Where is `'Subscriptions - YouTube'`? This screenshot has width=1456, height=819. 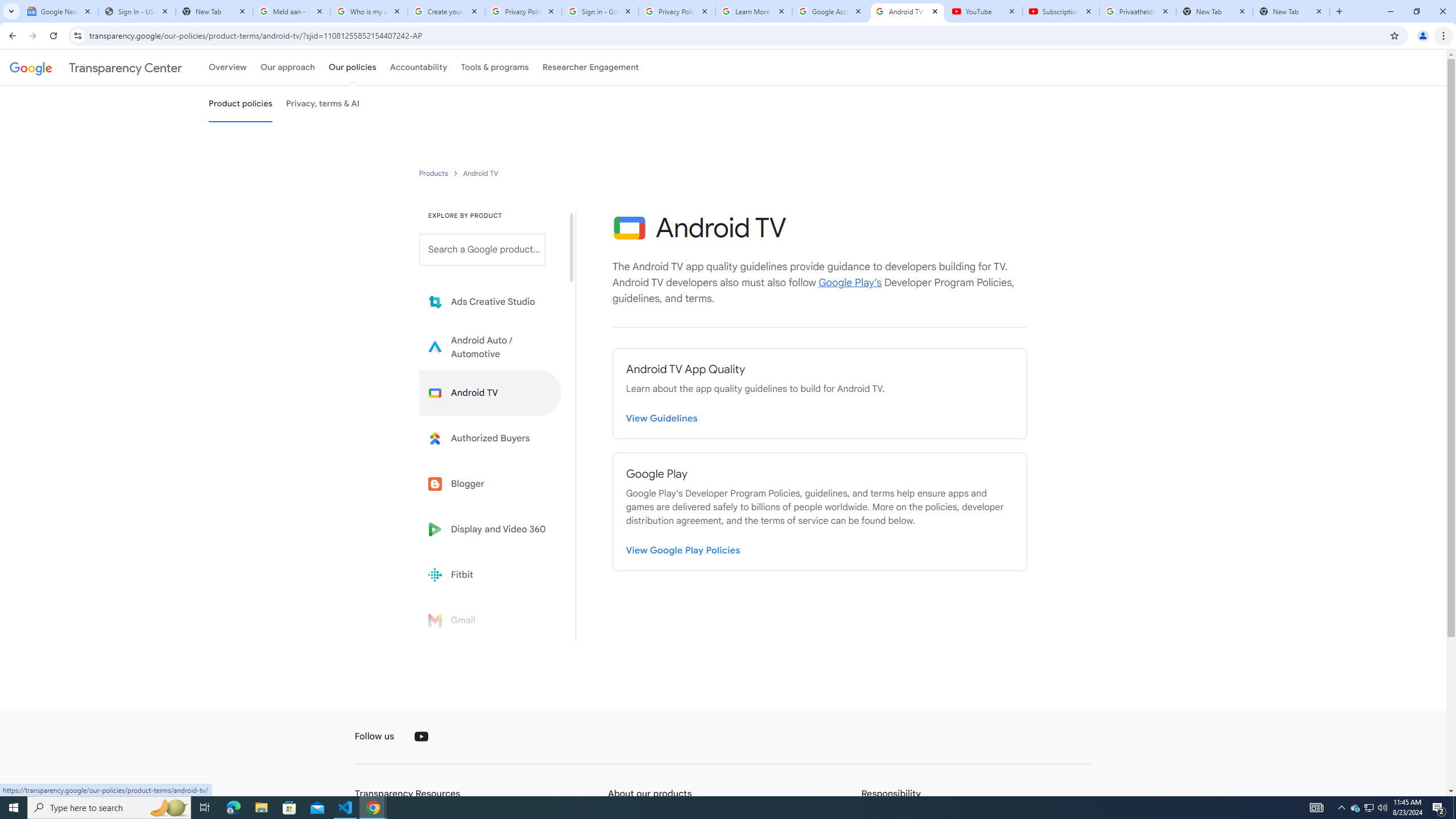 'Subscriptions - YouTube' is located at coordinates (1061, 11).